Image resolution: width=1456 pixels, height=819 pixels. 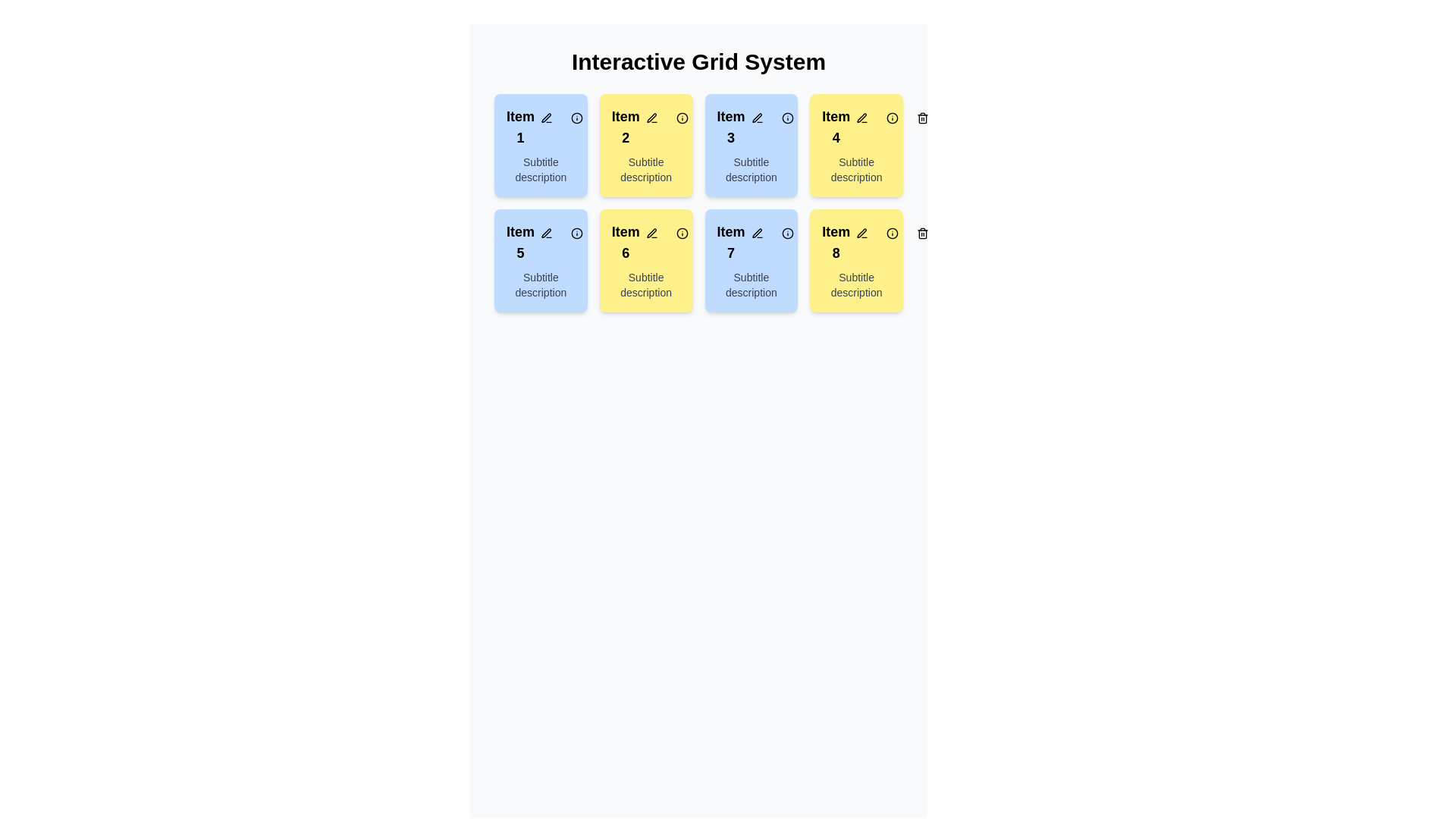 I want to click on the circular icon in the SVG graphic element, which is adjacent to the 'Item 8' grid card, so click(x=893, y=234).